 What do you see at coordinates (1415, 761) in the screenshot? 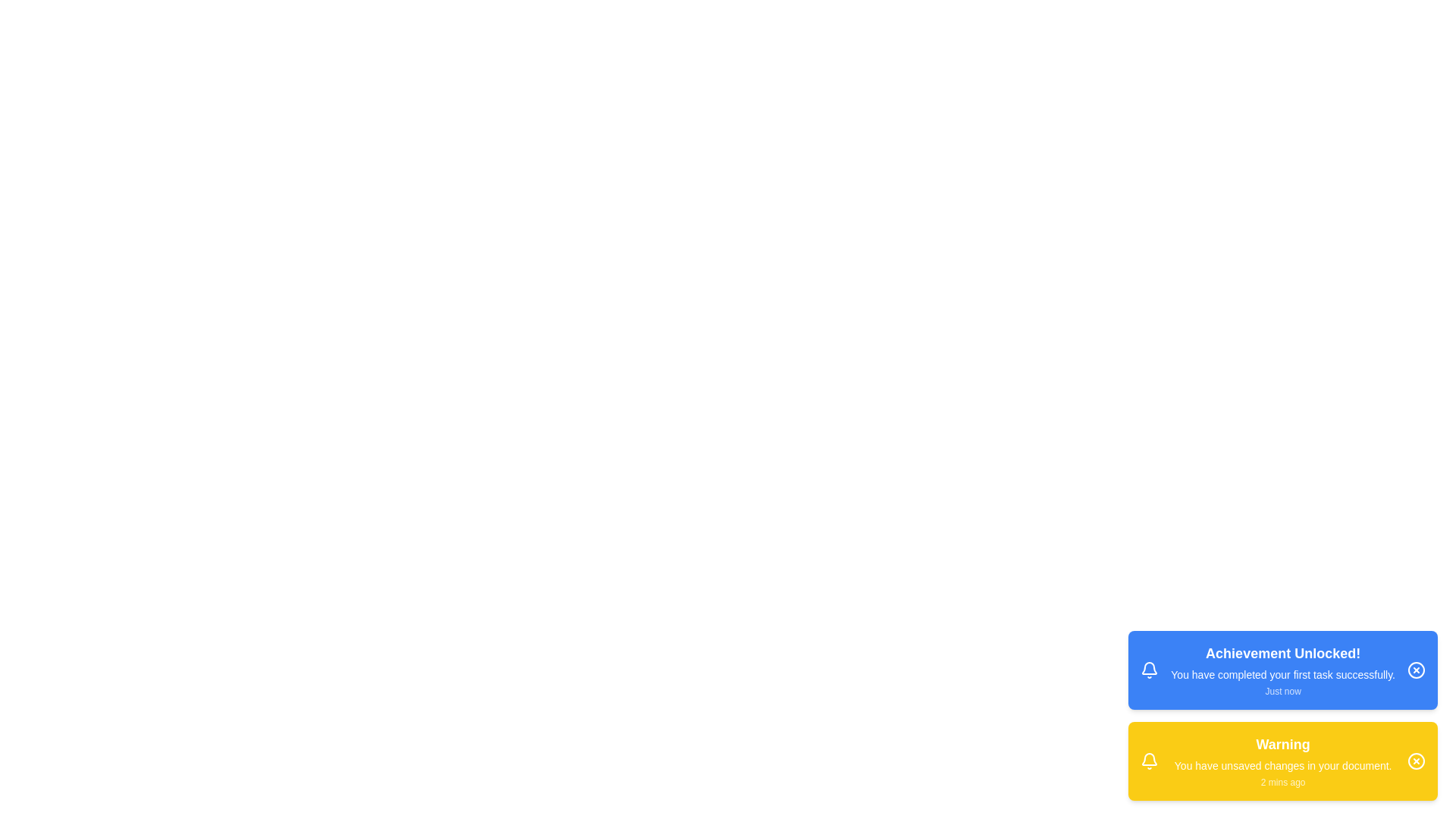
I see `'X' button on the snackbar with title 'Warning'` at bounding box center [1415, 761].